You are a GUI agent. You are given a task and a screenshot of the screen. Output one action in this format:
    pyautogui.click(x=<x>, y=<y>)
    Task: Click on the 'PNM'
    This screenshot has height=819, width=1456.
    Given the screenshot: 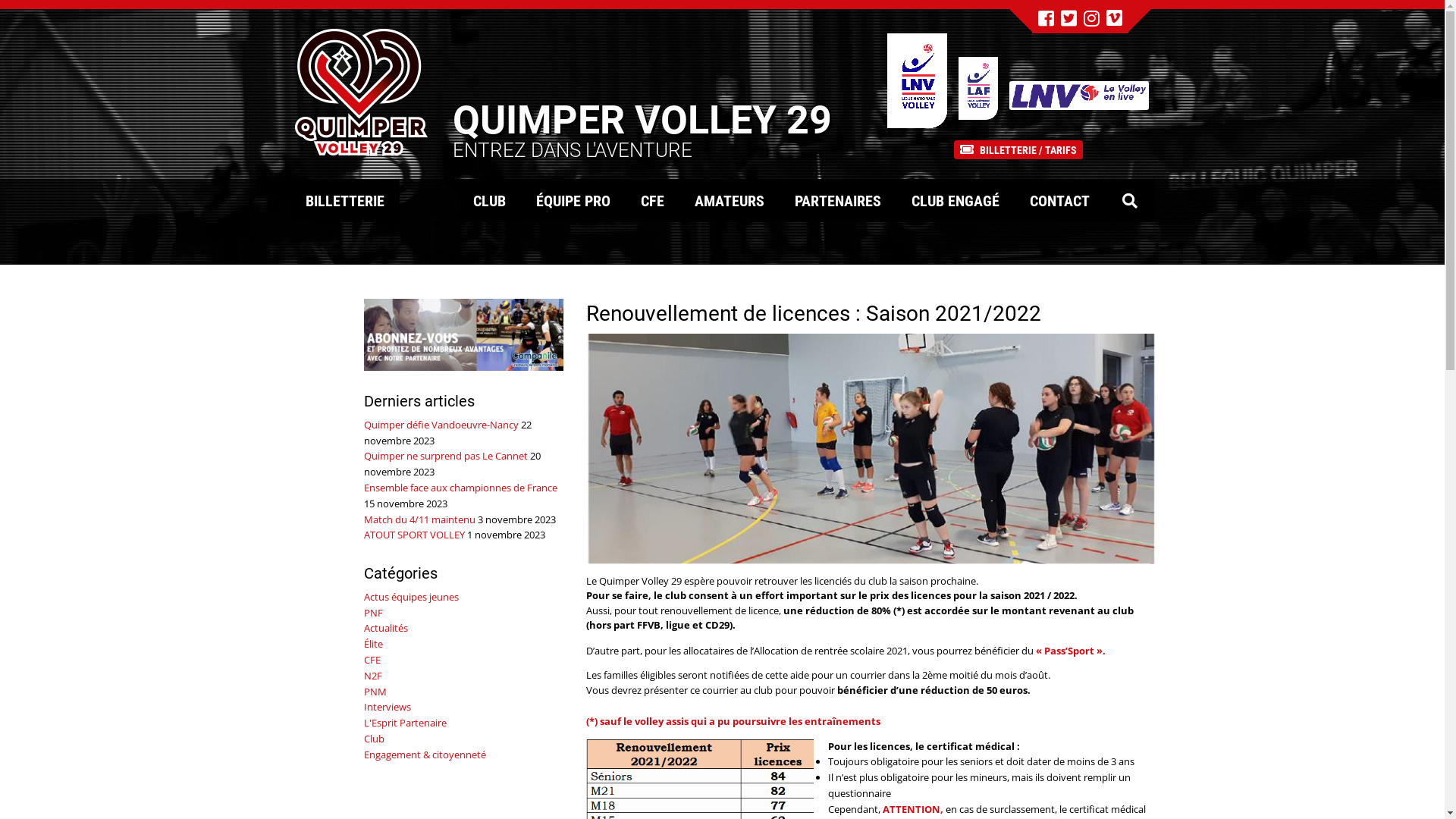 What is the action you would take?
    pyautogui.click(x=375, y=691)
    